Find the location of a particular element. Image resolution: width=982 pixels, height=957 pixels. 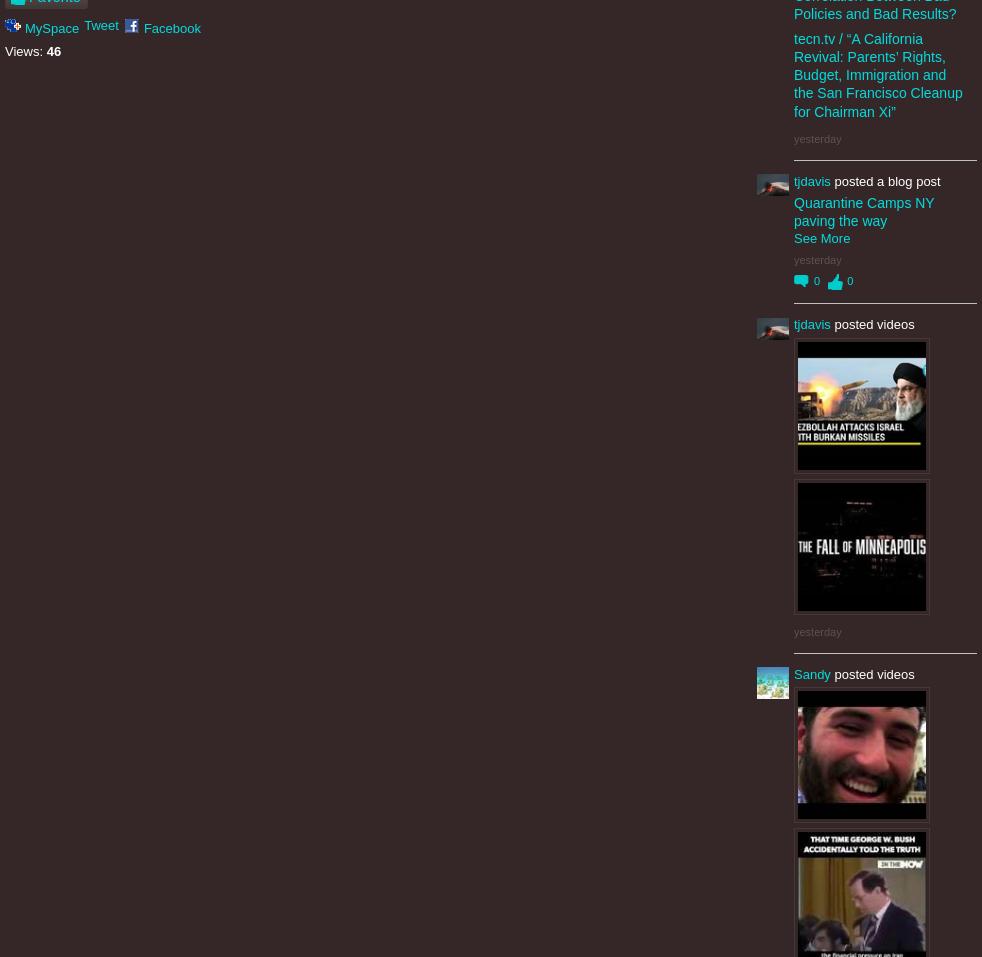

'Quarantine Camps NY paving the way' is located at coordinates (863, 210).